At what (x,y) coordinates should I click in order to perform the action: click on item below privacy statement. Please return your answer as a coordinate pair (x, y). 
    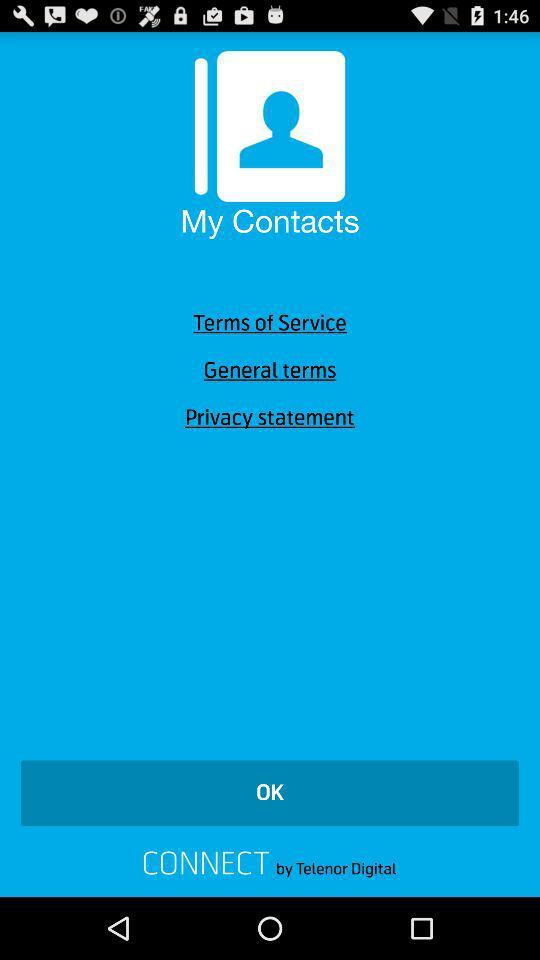
    Looking at the image, I should click on (270, 793).